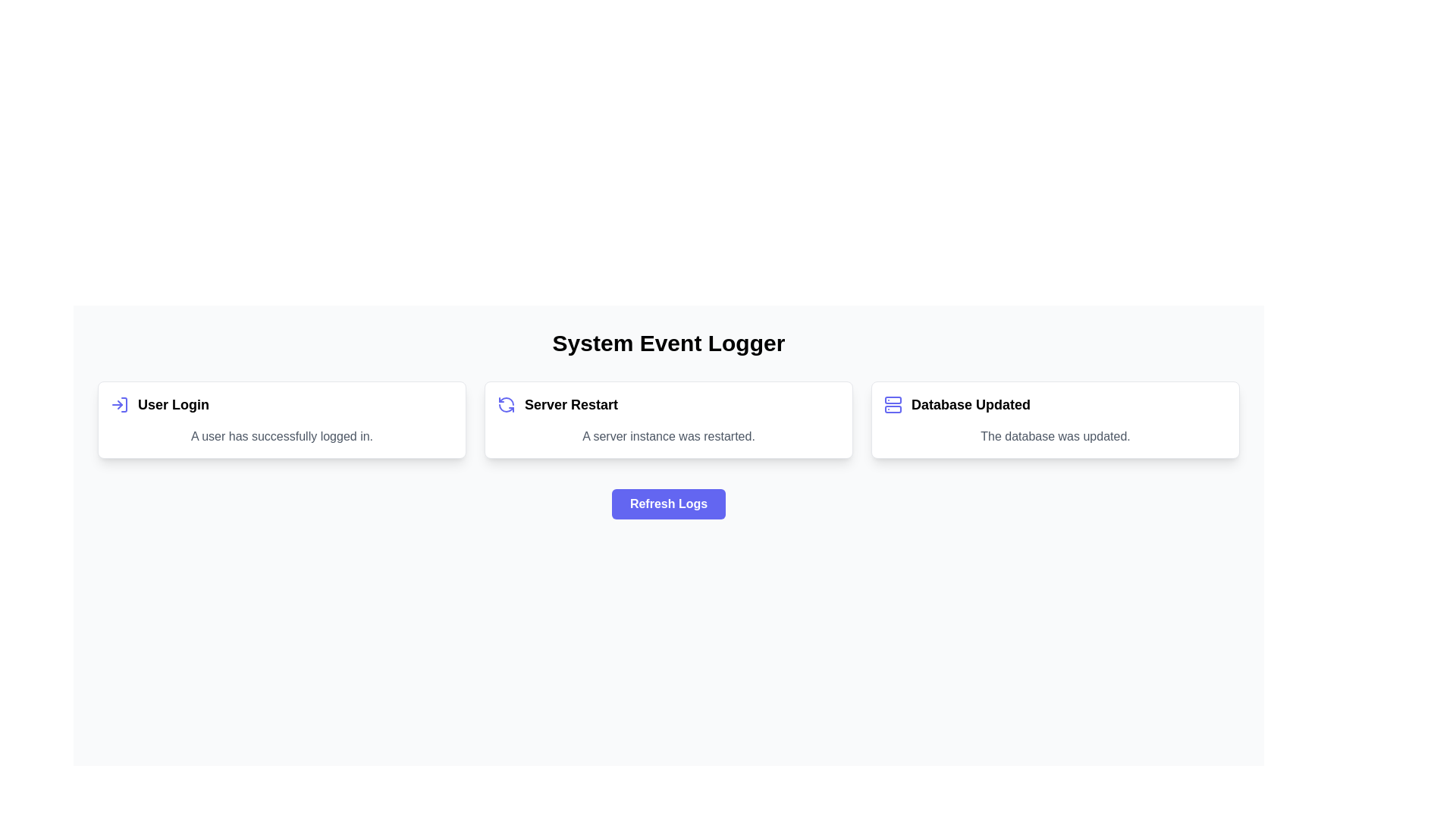 The image size is (1456, 819). Describe the element at coordinates (893, 409) in the screenshot. I see `the lower illustrative rectangle of the server icon in the 'Database Updated' section, which is part of an SVG-based graphical component` at that location.